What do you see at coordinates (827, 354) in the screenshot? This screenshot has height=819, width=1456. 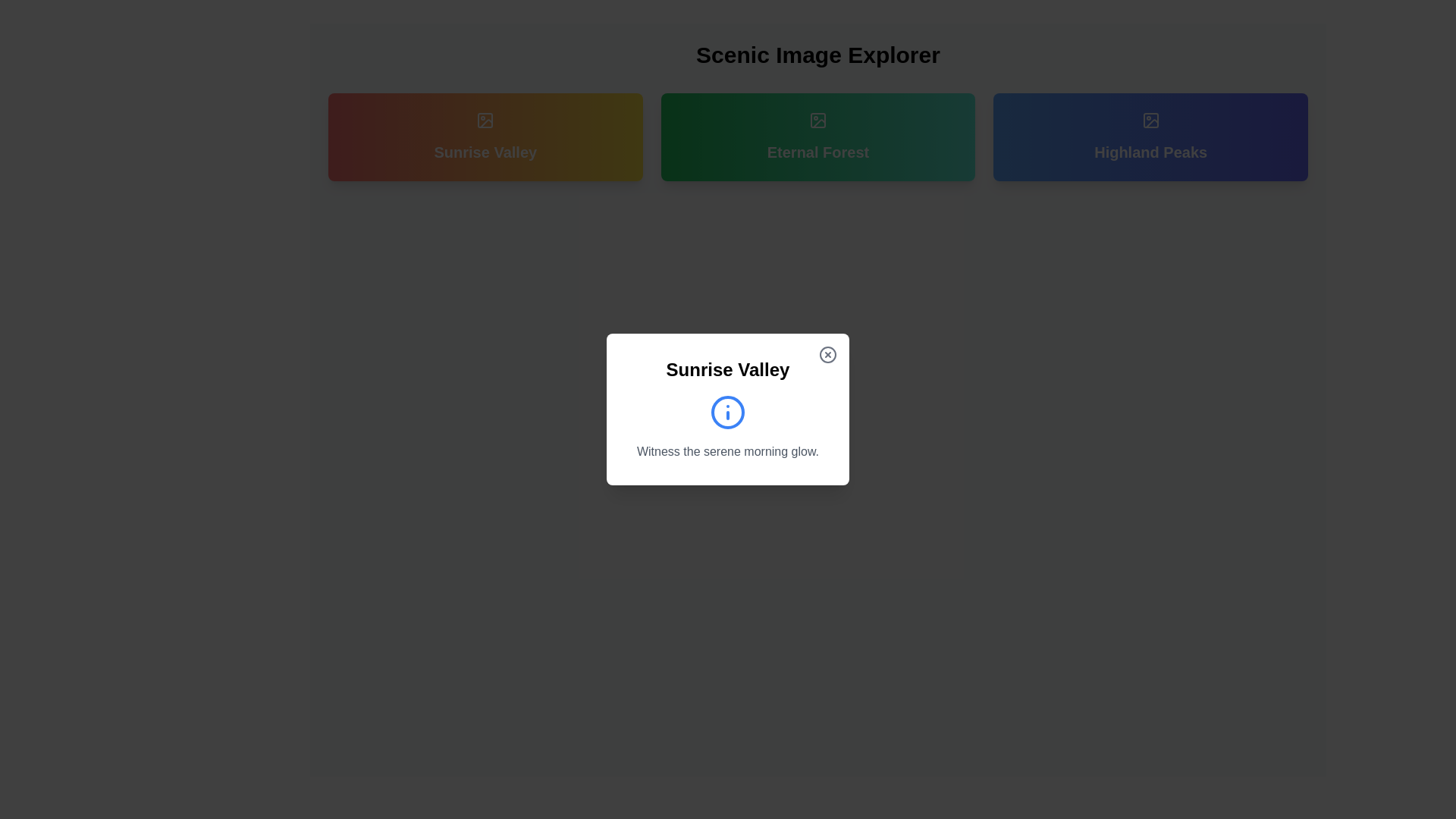 I see `the circular close button with an 'X' icon located in the top-right corner of the modal box for 'Sunrise Valley'` at bounding box center [827, 354].